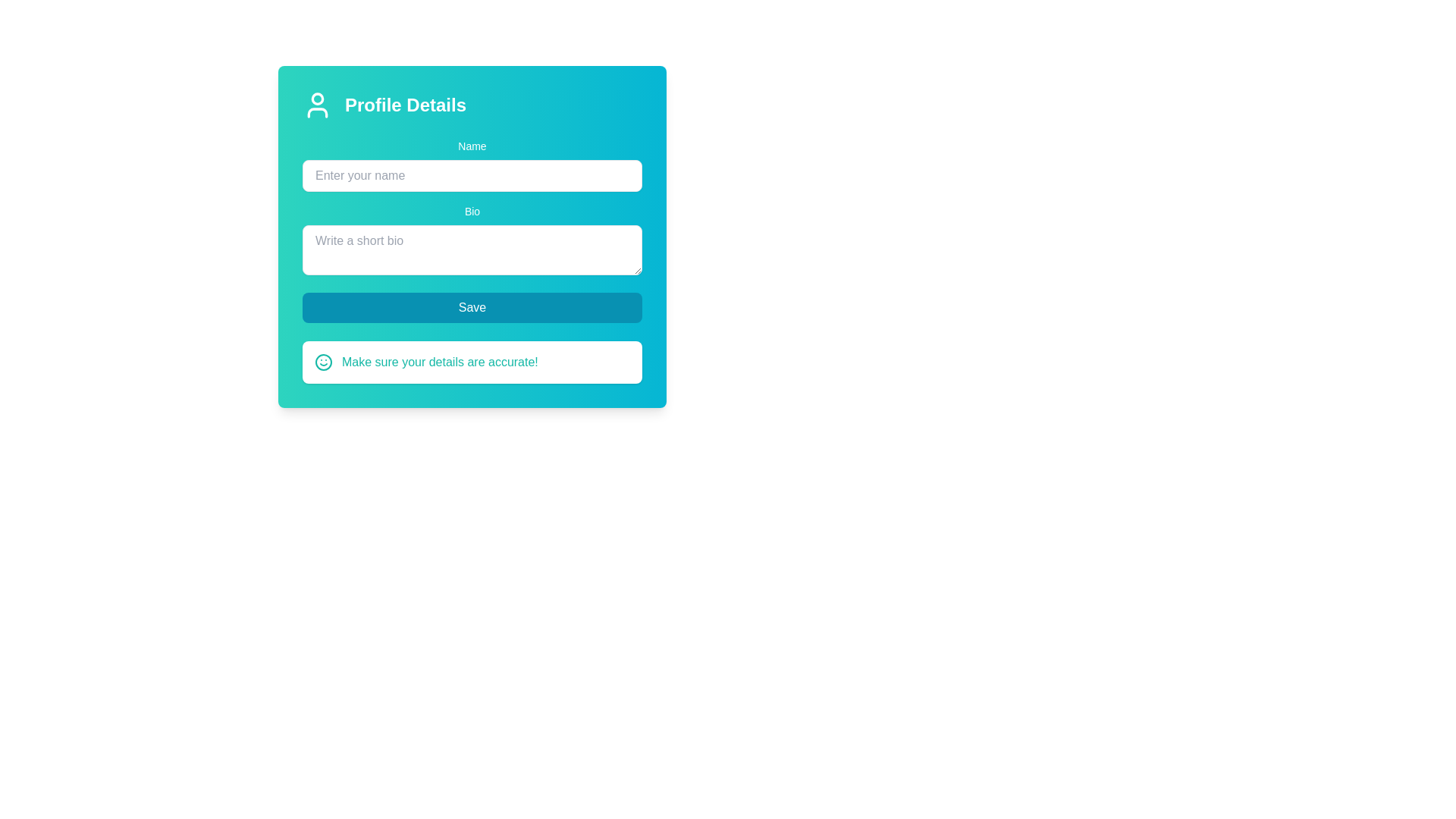 The image size is (1456, 819). I want to click on the submission button located centrally at the bottom of the form fields, so click(472, 307).